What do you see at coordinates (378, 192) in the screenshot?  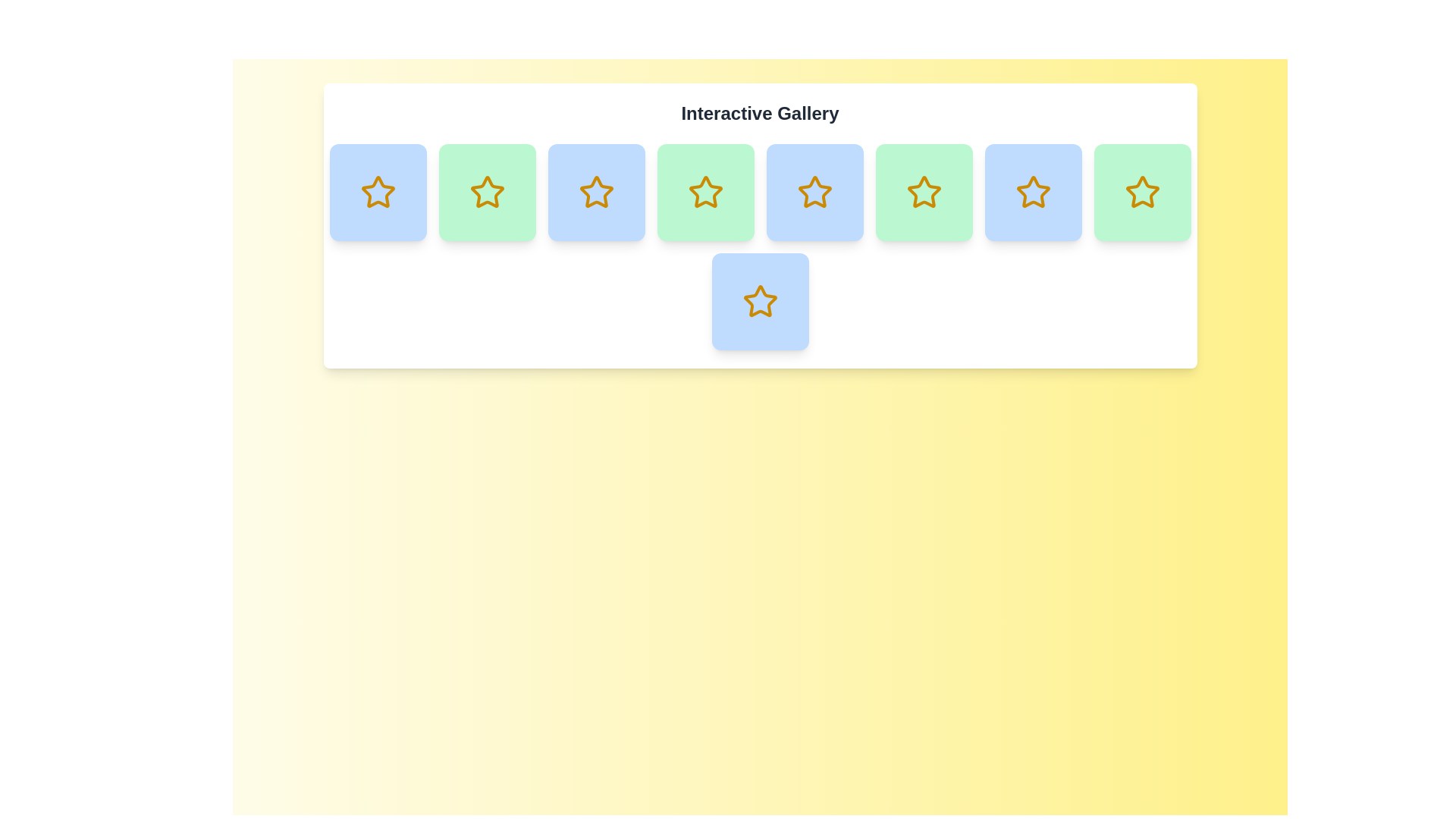 I see `the interactive light blue box containing a yellow star icon, which is the first element in a horizontally aligned grid` at bounding box center [378, 192].